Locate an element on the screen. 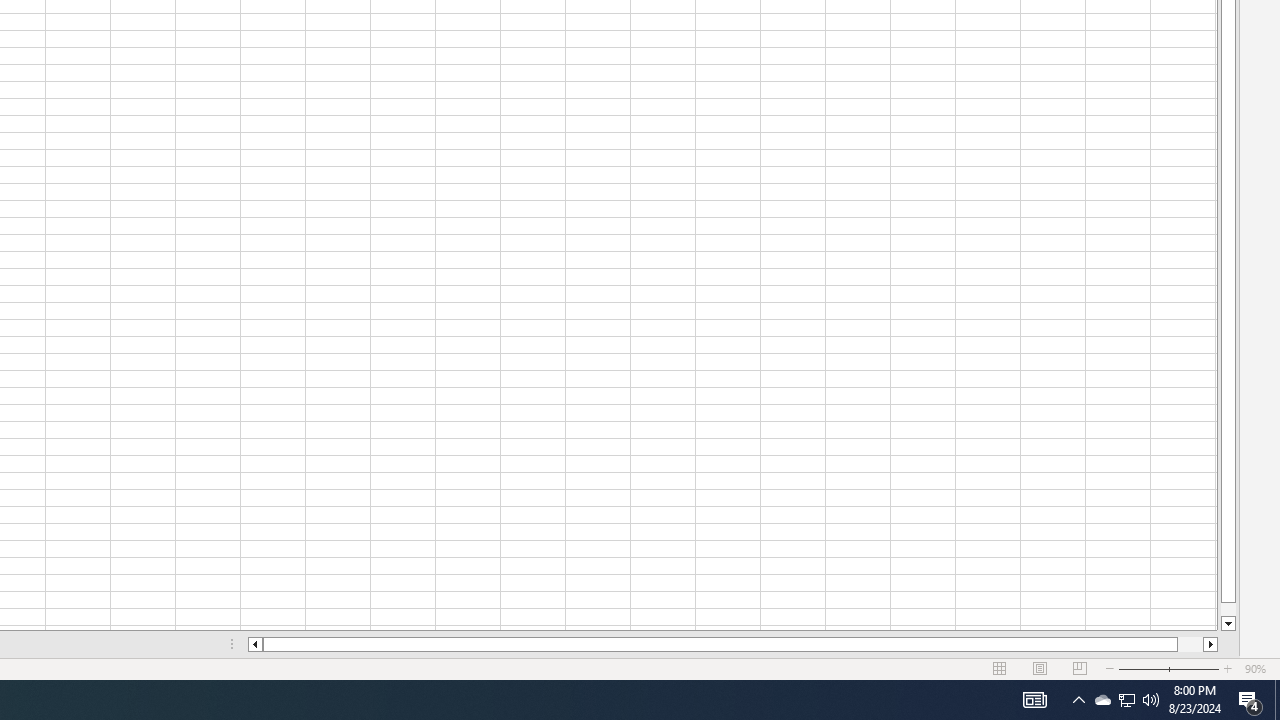 Image resolution: width=1280 pixels, height=720 pixels. 'Page down' is located at coordinates (1227, 608).